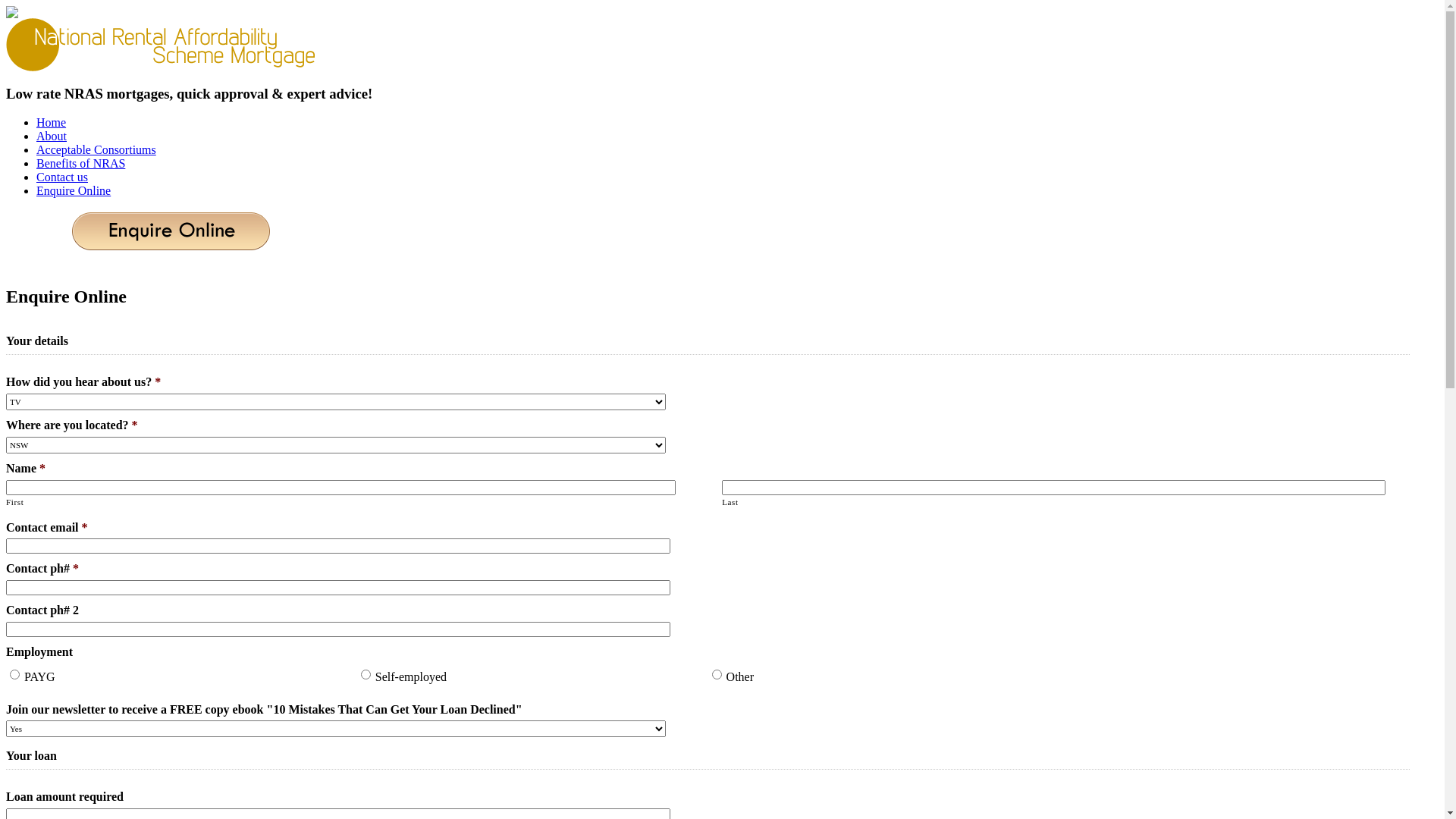 Image resolution: width=1456 pixels, height=819 pixels. Describe the element at coordinates (95, 149) in the screenshot. I see `'Acceptable Consortiums'` at that location.